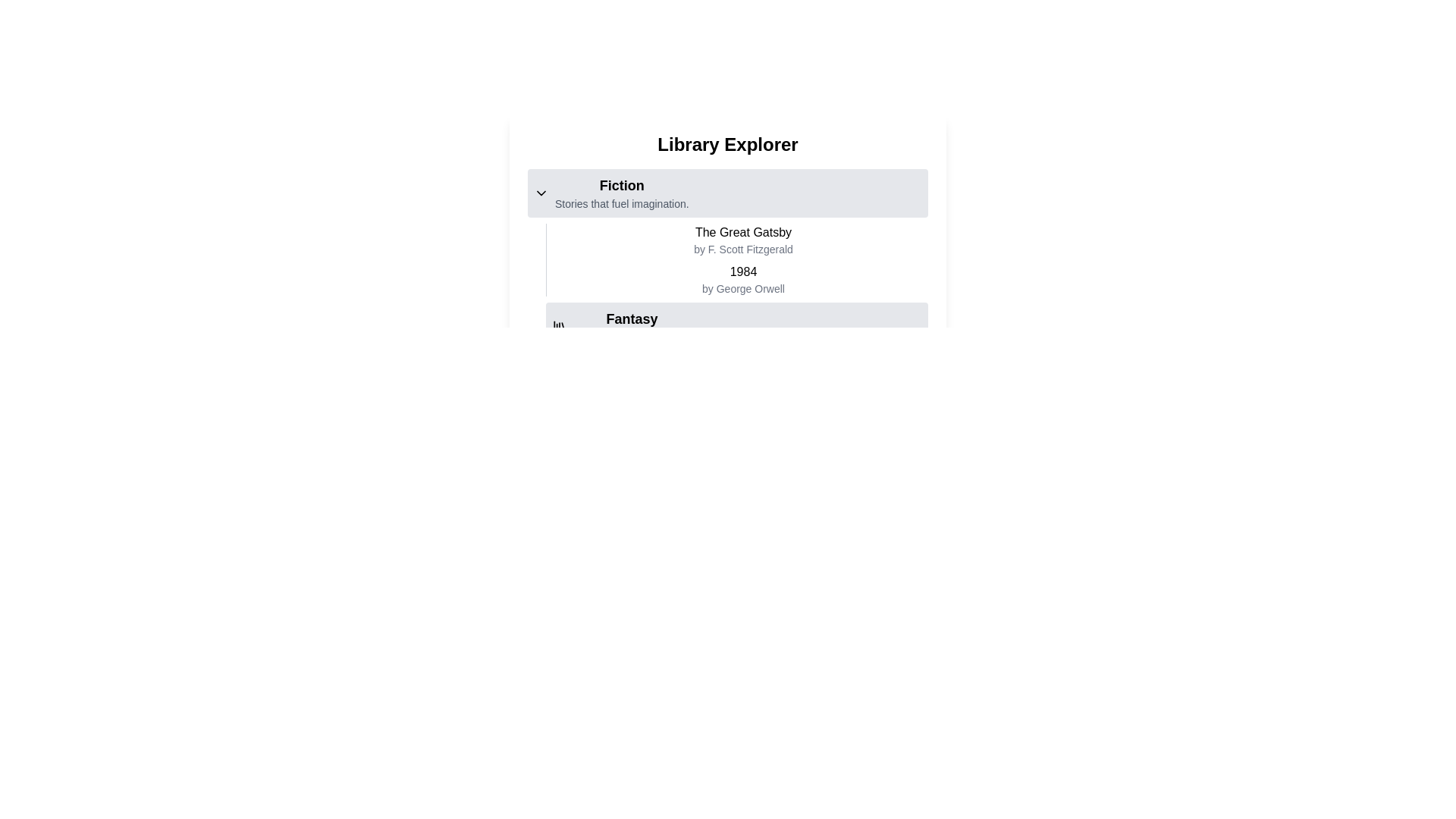 The image size is (1456, 819). I want to click on the Composite text section that contains the heading 'Fiction' and subtitle 'Stories that fuel imagination', which is visually distinct with a bold heading and lighter subtitle, positioned below the 'Library Explorer' title, so click(622, 192).